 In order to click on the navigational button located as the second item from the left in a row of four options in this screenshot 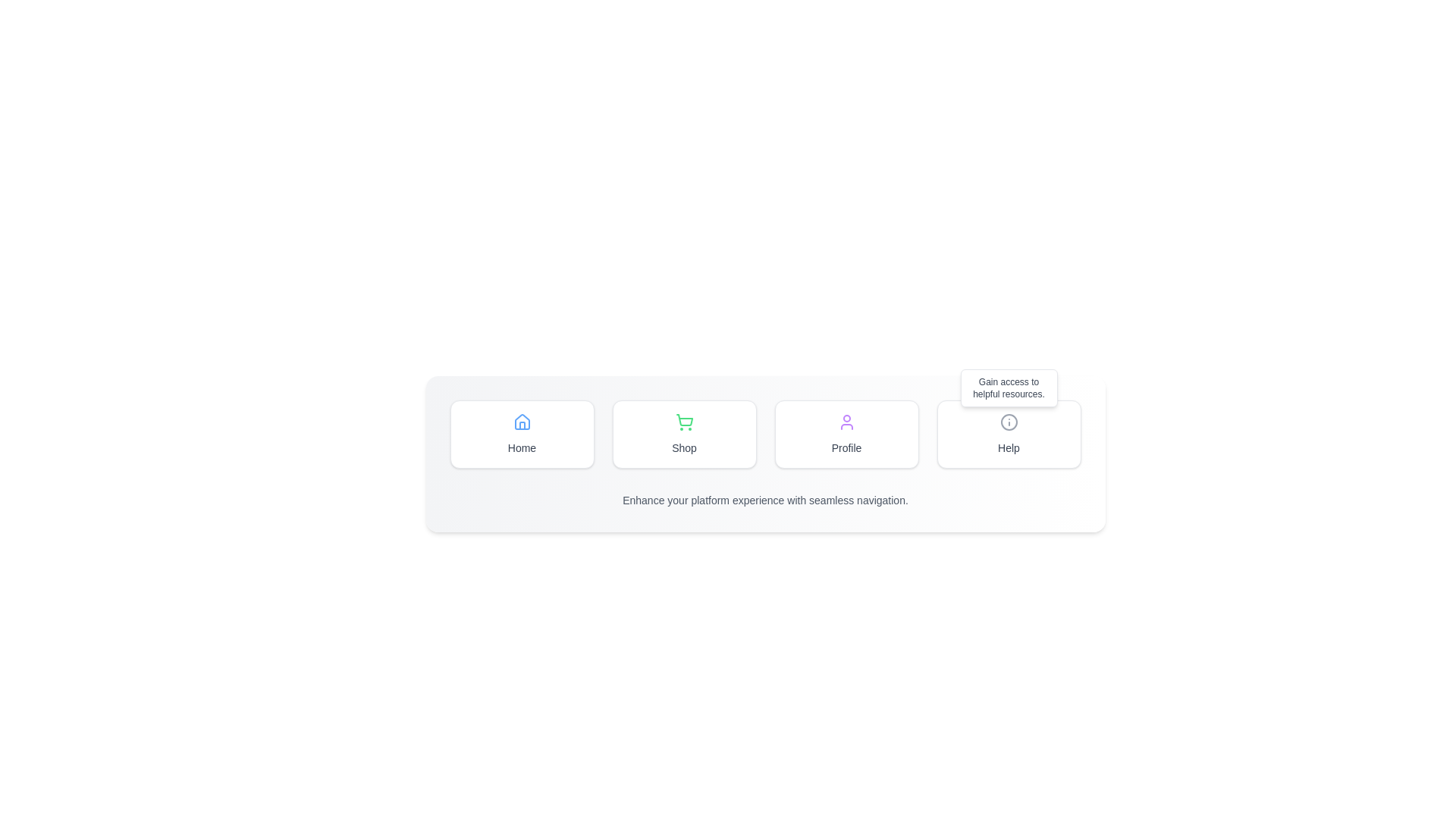, I will do `click(683, 435)`.